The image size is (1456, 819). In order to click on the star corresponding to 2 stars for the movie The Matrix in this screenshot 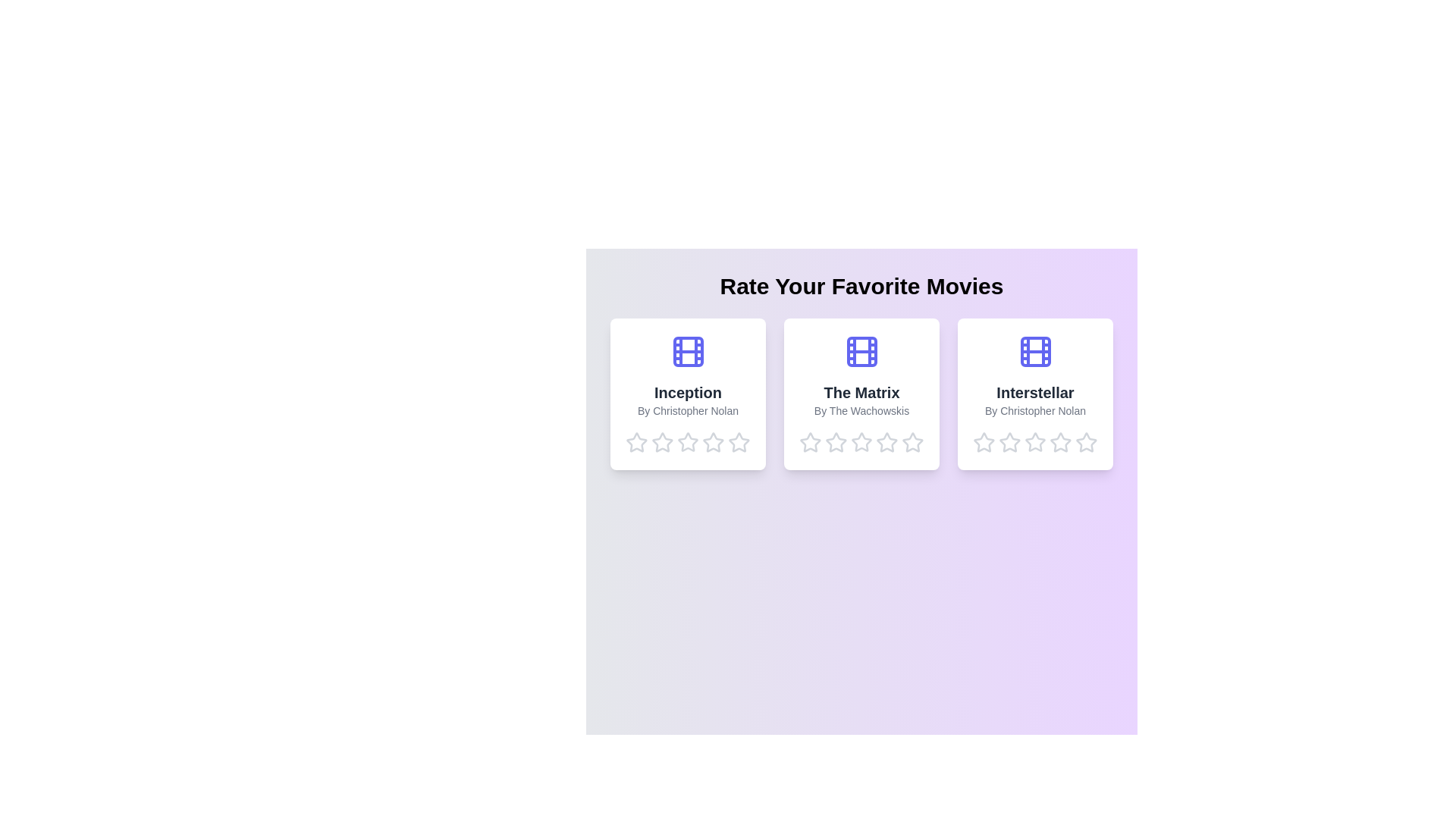, I will do `click(835, 442)`.